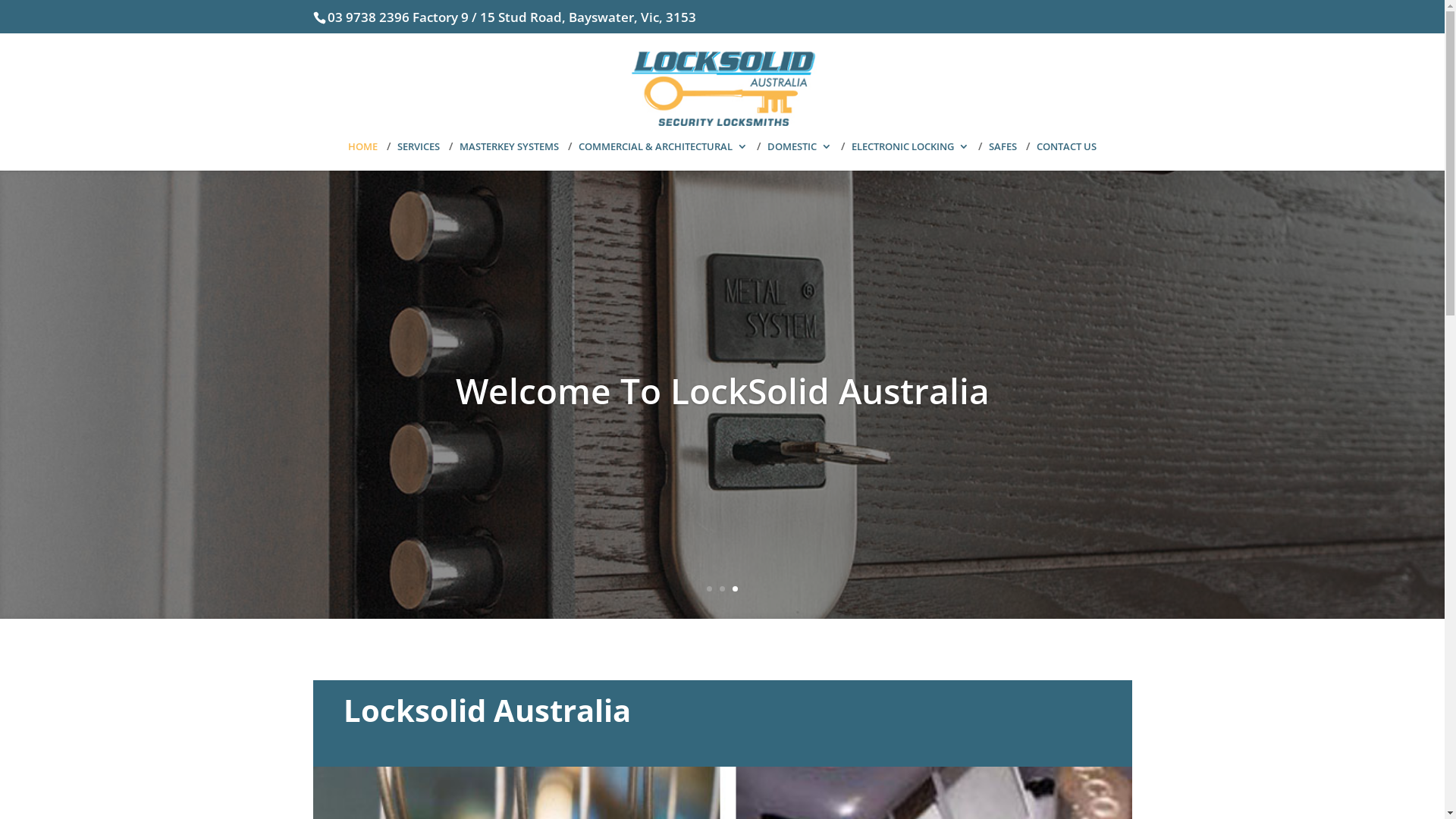 Image resolution: width=1456 pixels, height=819 pixels. Describe the element at coordinates (705, 588) in the screenshot. I see `'1'` at that location.